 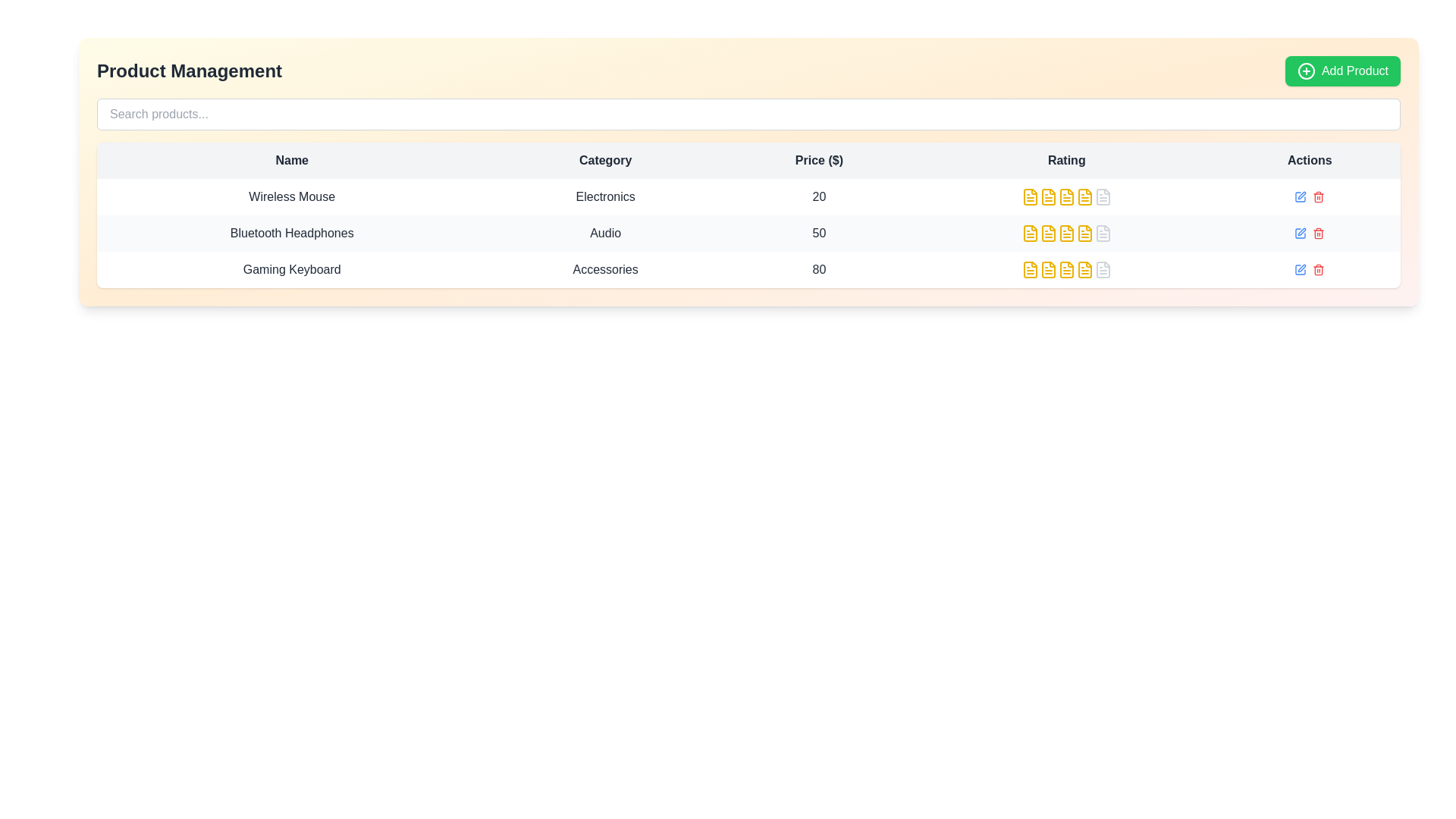 What do you see at coordinates (1300, 196) in the screenshot?
I see `the button in the 'Actions' column for the 'Gaming Keyboard' product entry` at bounding box center [1300, 196].